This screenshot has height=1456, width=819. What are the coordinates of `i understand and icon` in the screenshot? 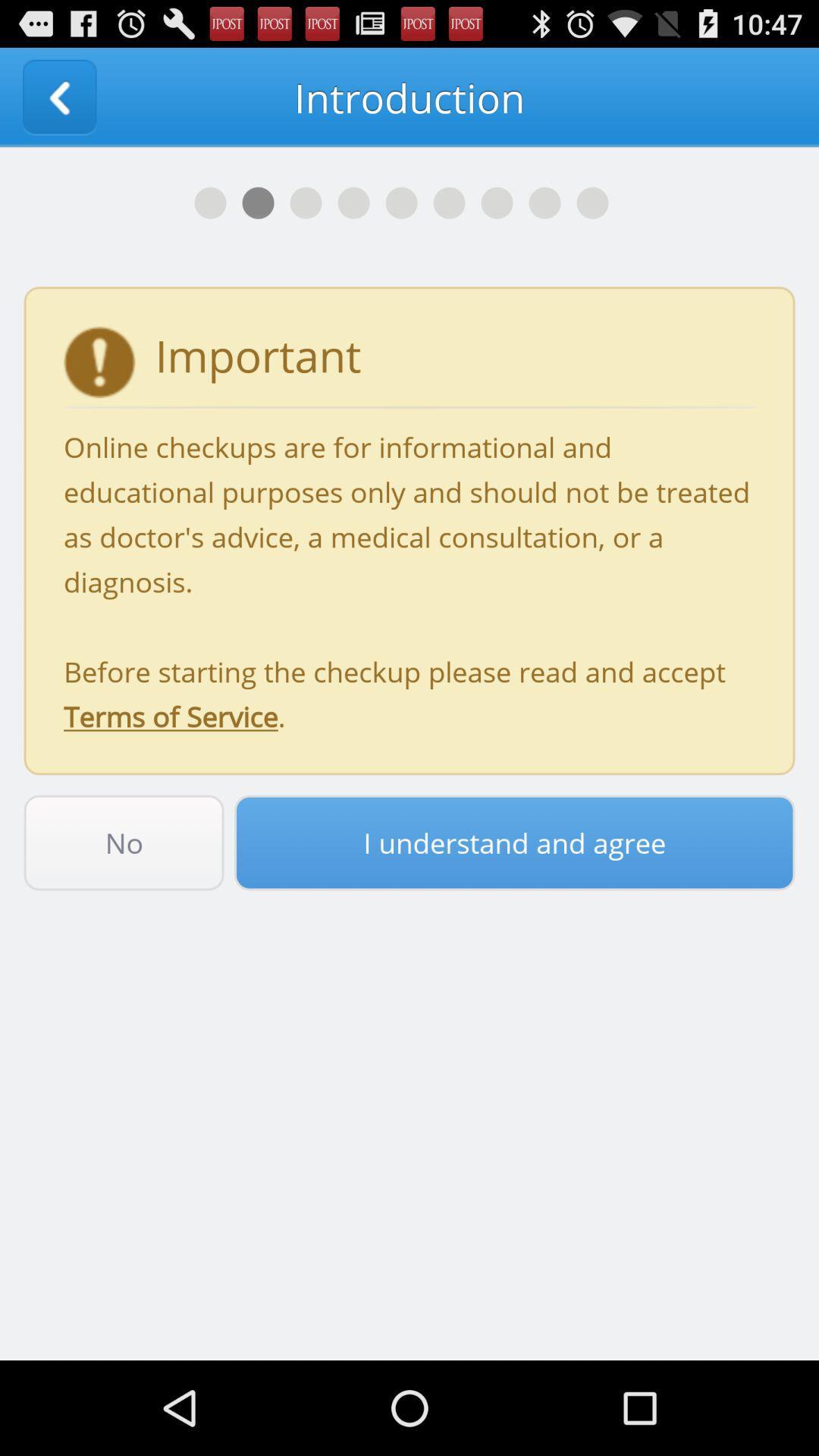 It's located at (513, 842).